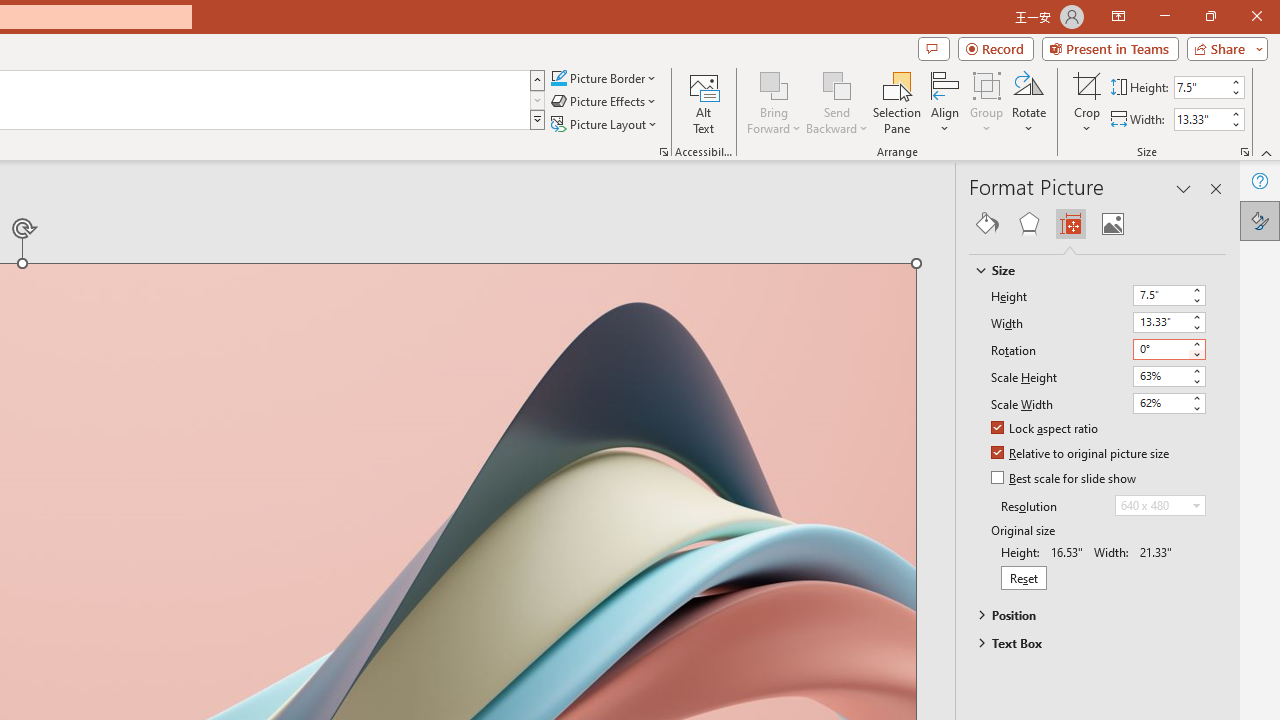 This screenshot has width=1280, height=720. Describe the element at coordinates (896, 103) in the screenshot. I see `'Selection Pane...'` at that location.